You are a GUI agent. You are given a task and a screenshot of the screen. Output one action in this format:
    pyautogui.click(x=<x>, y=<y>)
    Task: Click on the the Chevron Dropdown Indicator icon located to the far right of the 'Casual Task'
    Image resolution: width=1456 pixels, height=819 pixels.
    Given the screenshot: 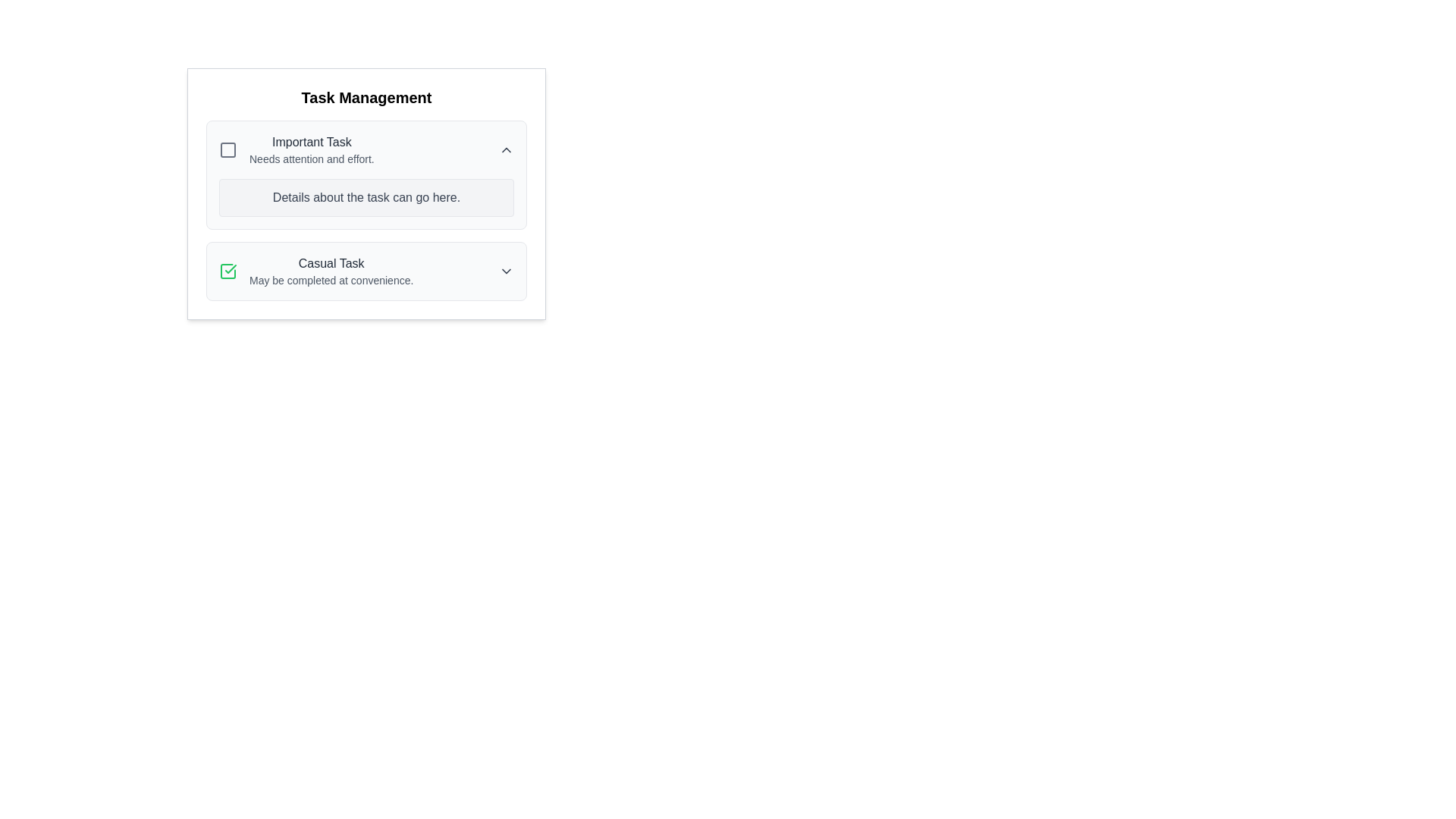 What is the action you would take?
    pyautogui.click(x=506, y=271)
    